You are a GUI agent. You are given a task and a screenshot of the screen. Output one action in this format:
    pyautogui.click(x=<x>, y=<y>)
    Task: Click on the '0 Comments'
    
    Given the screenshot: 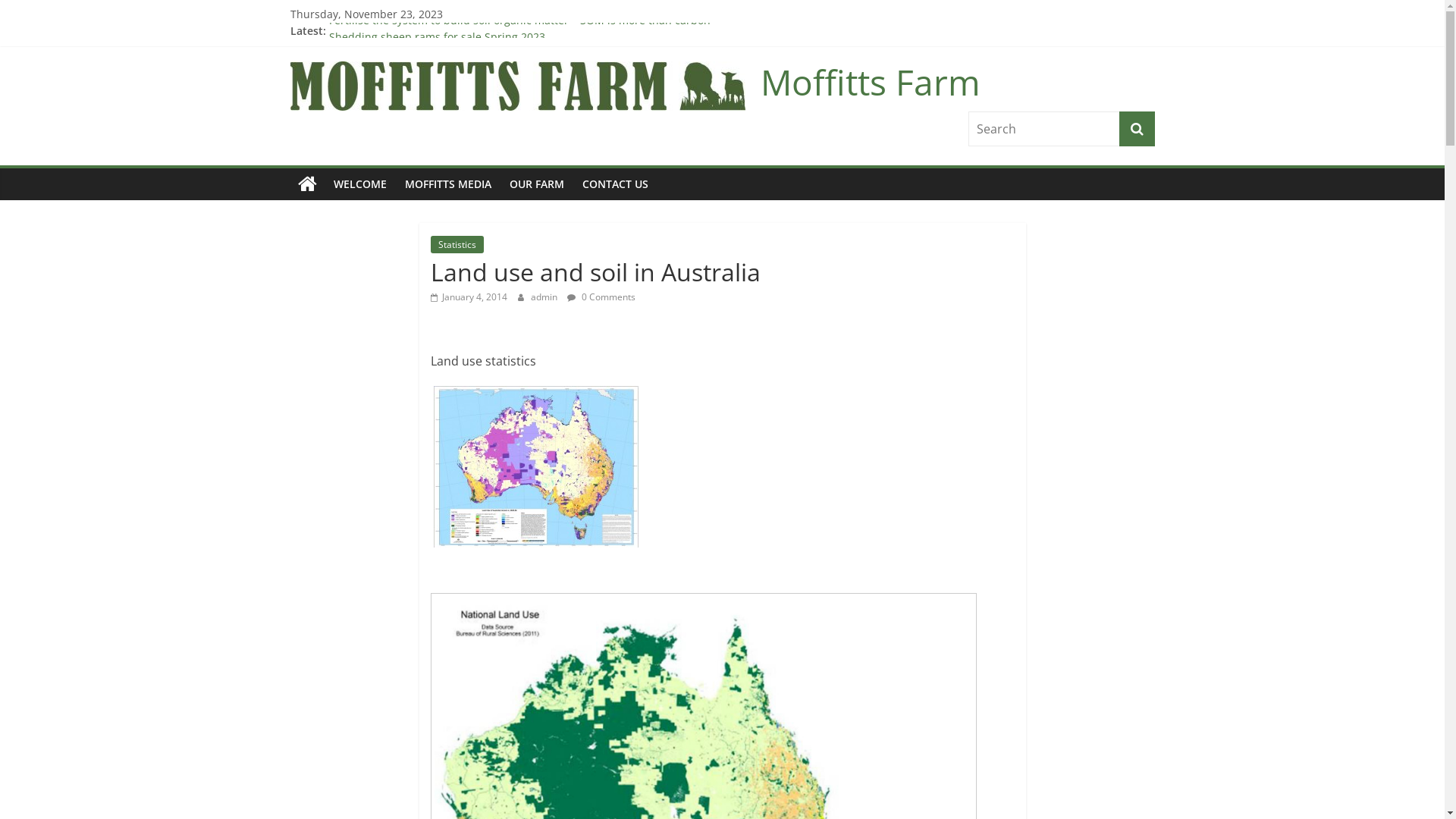 What is the action you would take?
    pyautogui.click(x=600, y=297)
    